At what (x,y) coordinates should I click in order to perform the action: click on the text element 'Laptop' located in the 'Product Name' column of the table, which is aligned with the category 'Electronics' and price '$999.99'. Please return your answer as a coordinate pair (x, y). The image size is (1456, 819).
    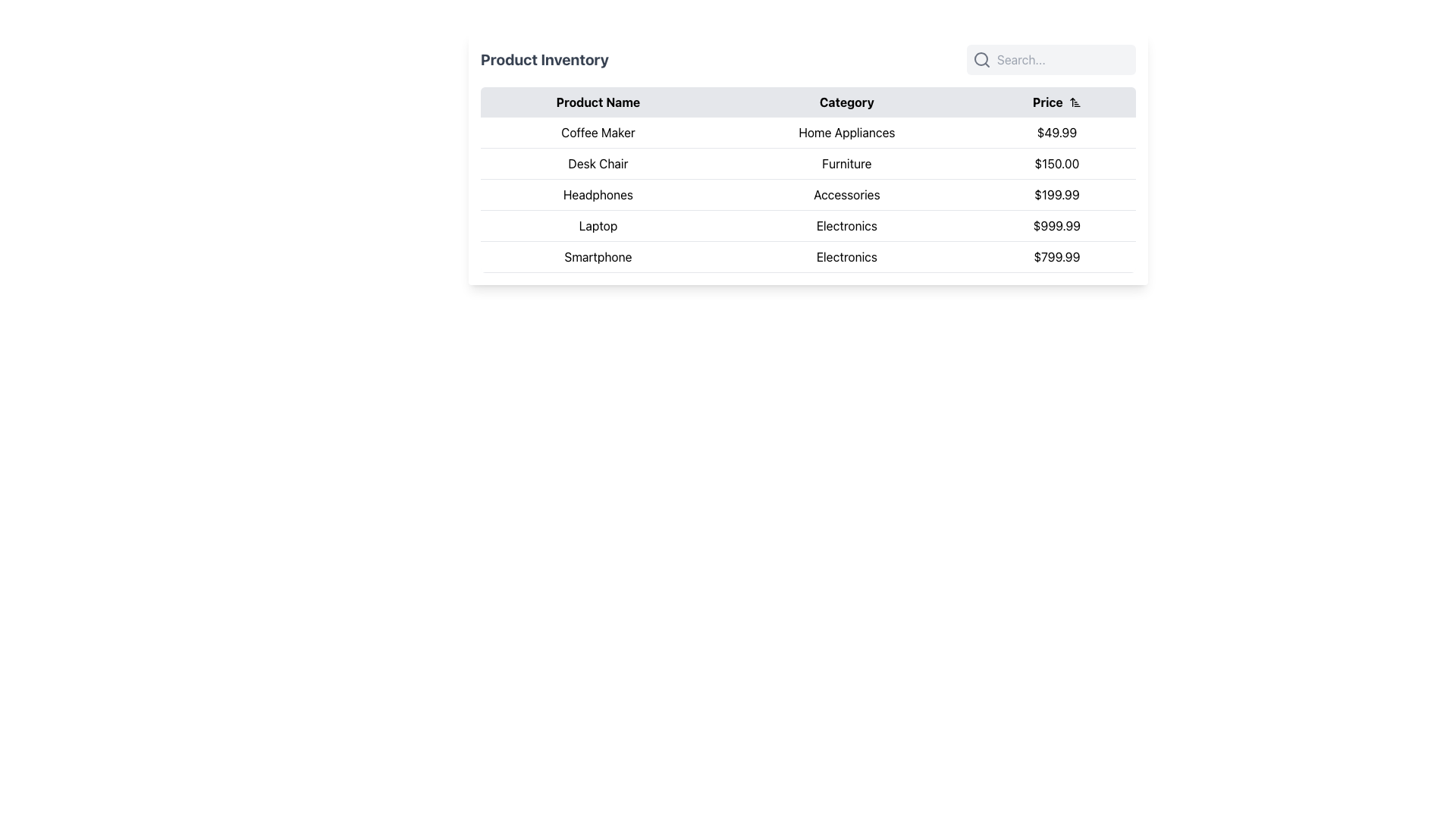
    Looking at the image, I should click on (597, 225).